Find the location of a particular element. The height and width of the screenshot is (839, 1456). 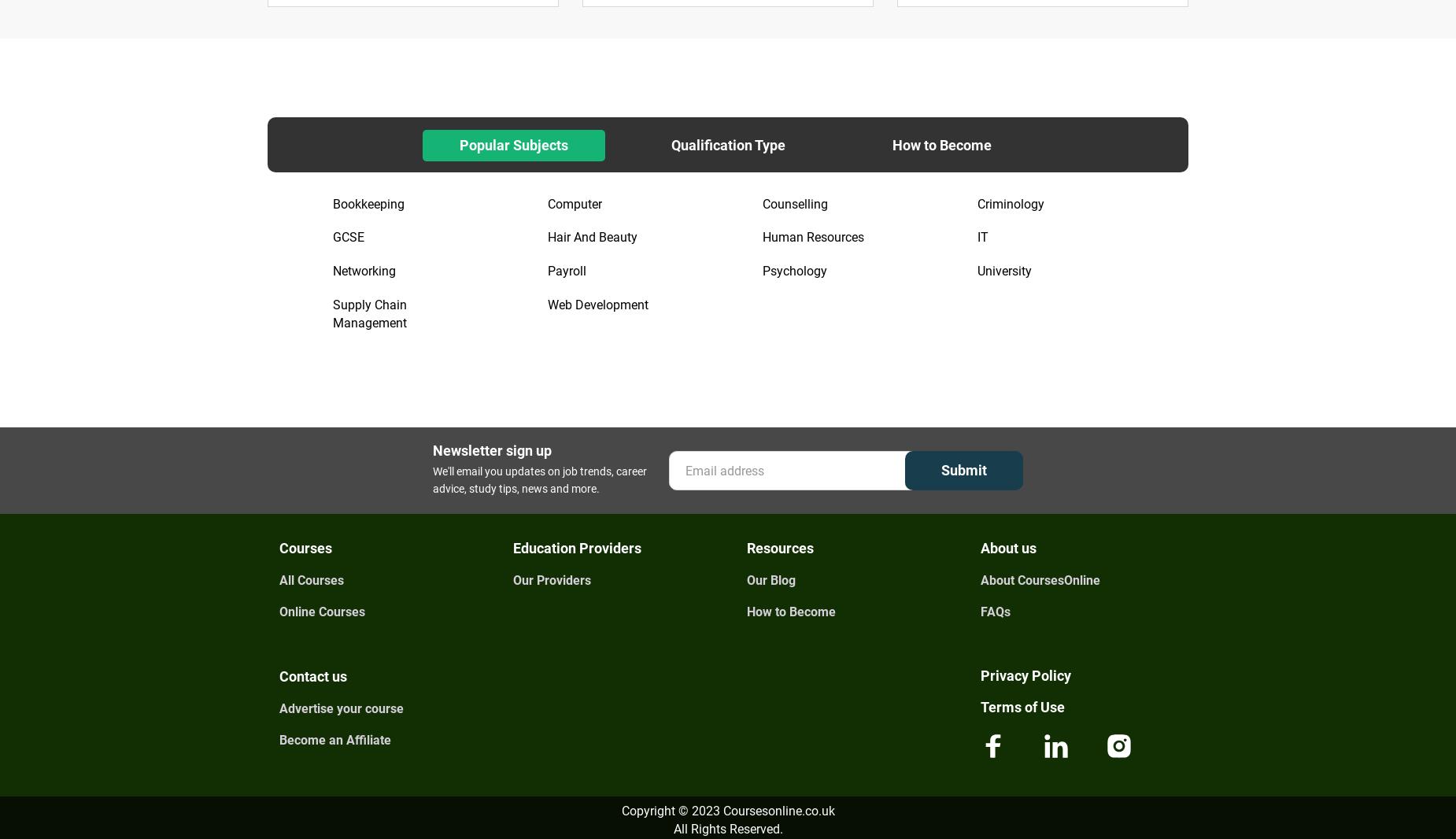

'All Courses' is located at coordinates (311, 579).